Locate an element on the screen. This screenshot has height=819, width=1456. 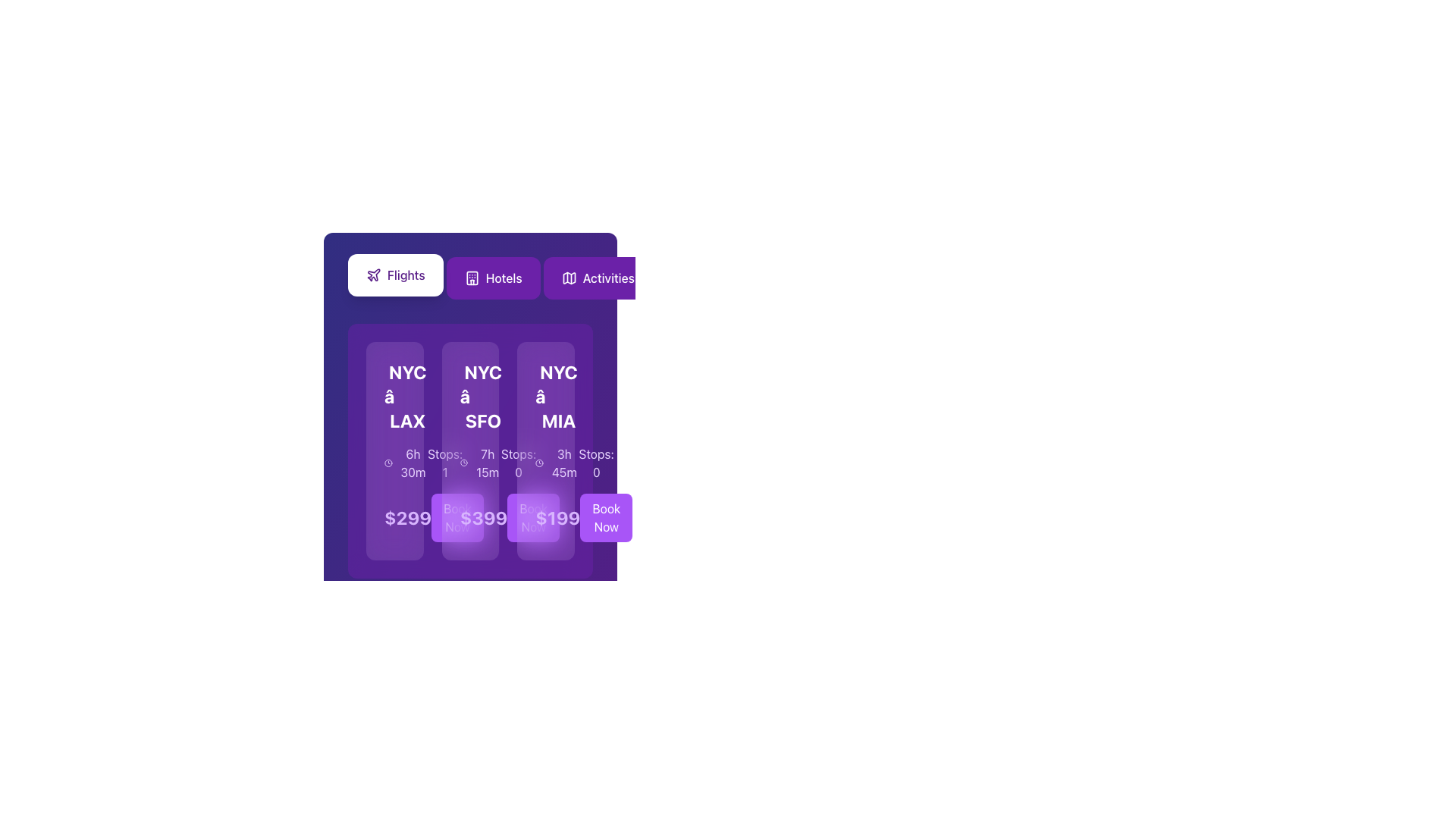
the plane-shaped icon with a purple outline located in the navigation bar to the left of the 'Flights' tab button is located at coordinates (374, 275).